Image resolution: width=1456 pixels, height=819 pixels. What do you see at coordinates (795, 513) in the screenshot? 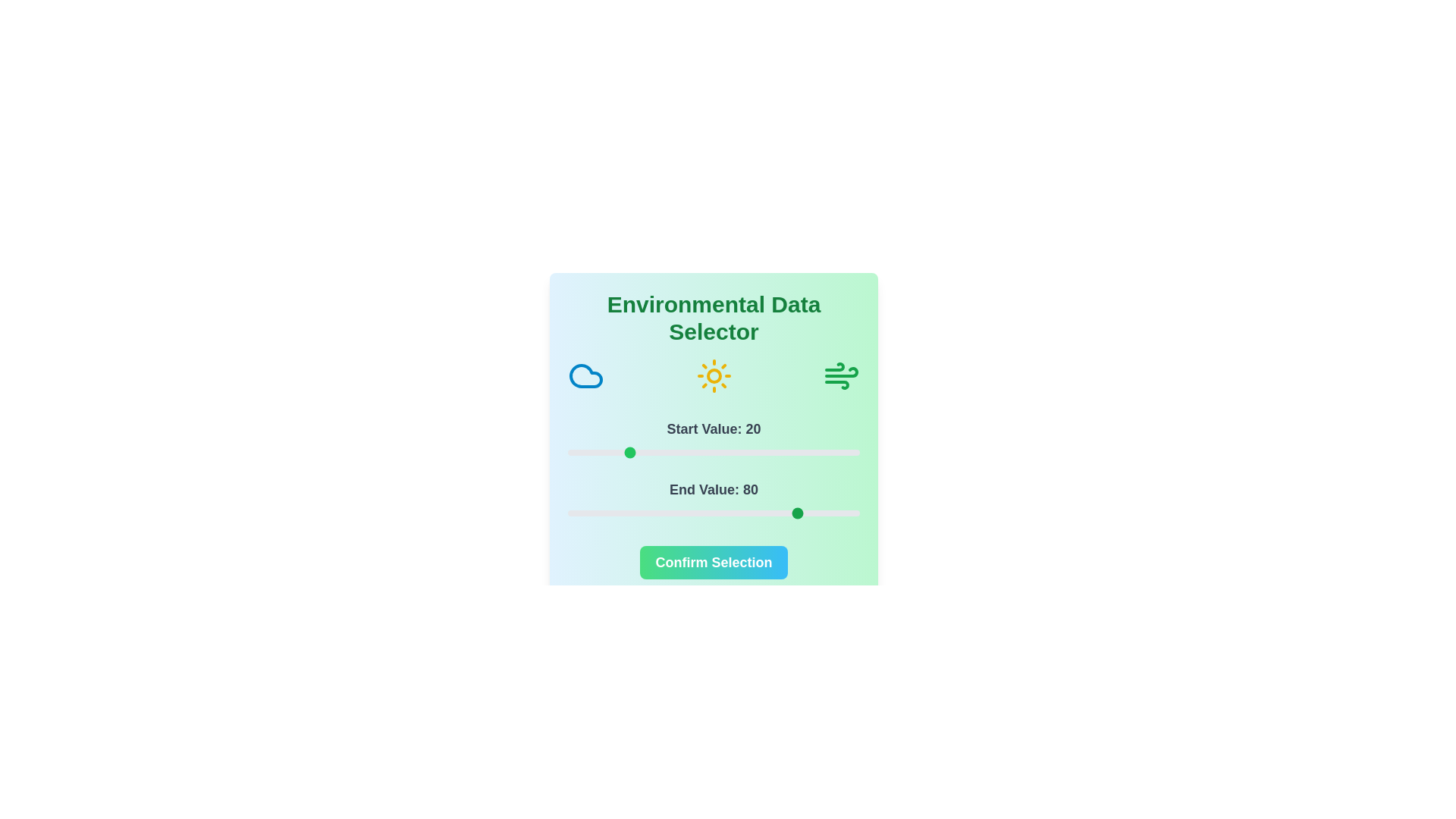
I see `the slider` at bounding box center [795, 513].